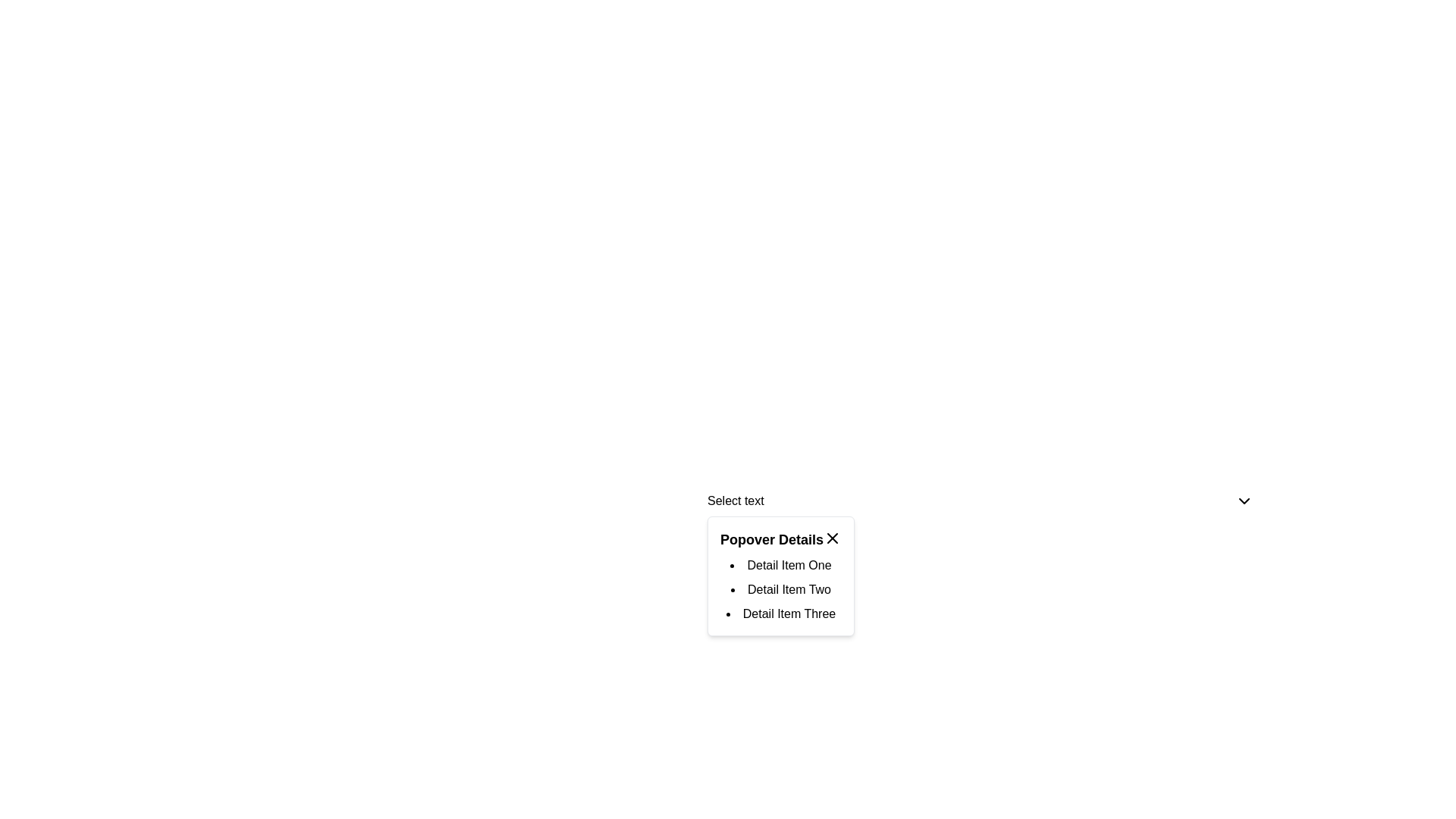  Describe the element at coordinates (781, 614) in the screenshot. I see `static text item labeled 'Detail Item Three' located as the third item in a vertical bulleted list within a popover, positioned below 'Detail Item One' and 'Detail Item Two'` at that location.